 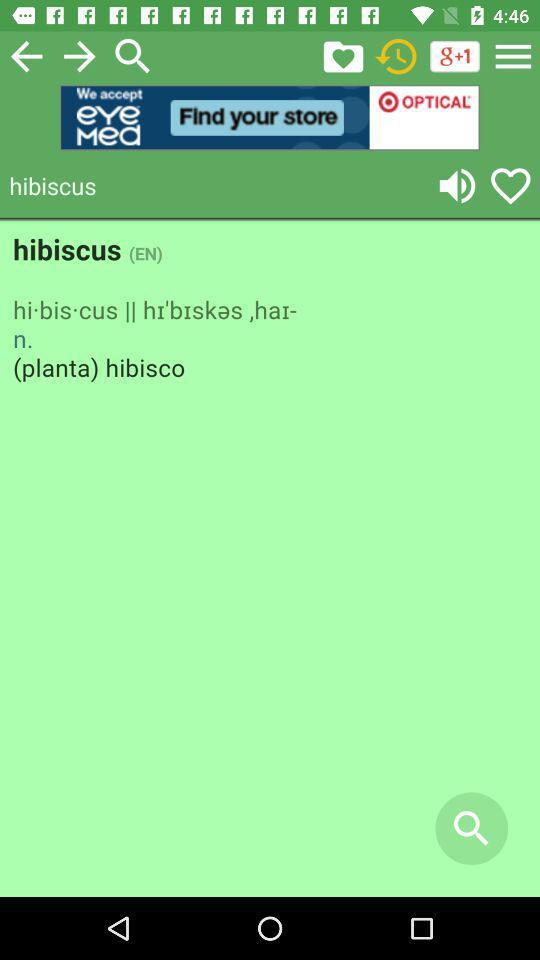 What do you see at coordinates (457, 185) in the screenshot?
I see `hear pronunciation` at bounding box center [457, 185].